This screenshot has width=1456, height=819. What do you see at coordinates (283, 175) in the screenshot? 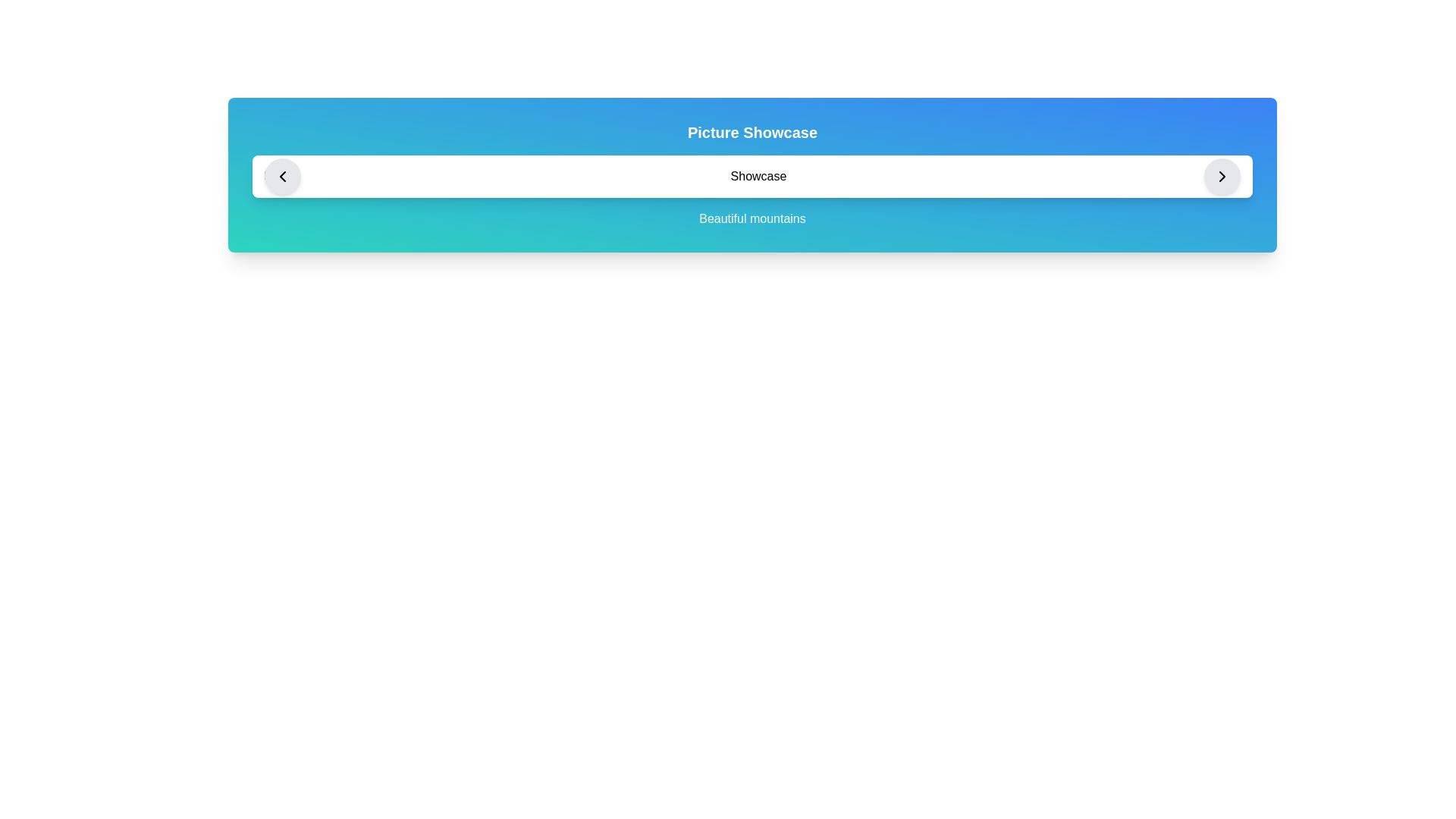
I see `the navigation button icon located in the top-centered navigation bar` at bounding box center [283, 175].